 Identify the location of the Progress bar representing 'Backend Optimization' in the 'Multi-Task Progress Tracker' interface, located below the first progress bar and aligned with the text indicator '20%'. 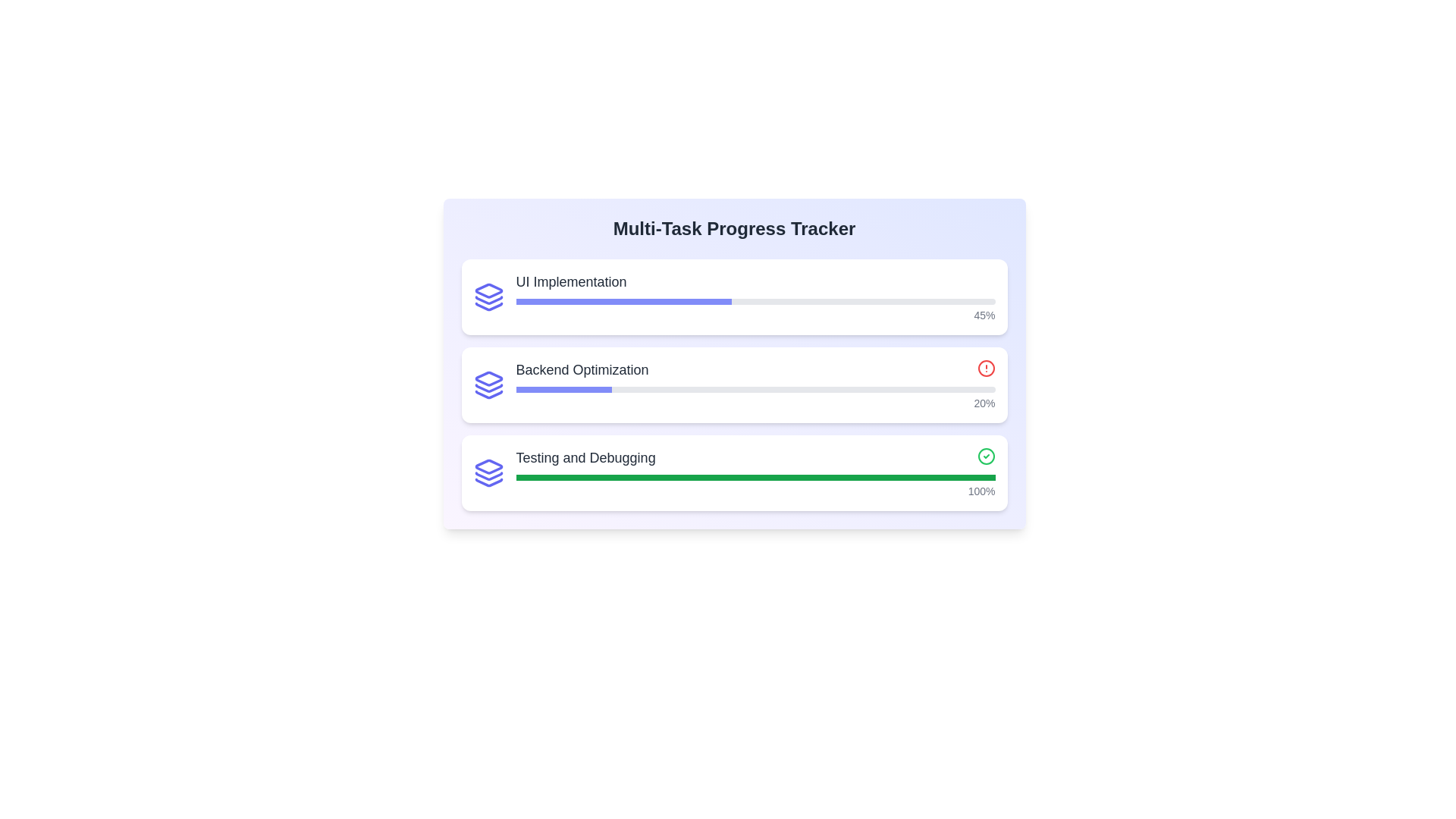
(755, 388).